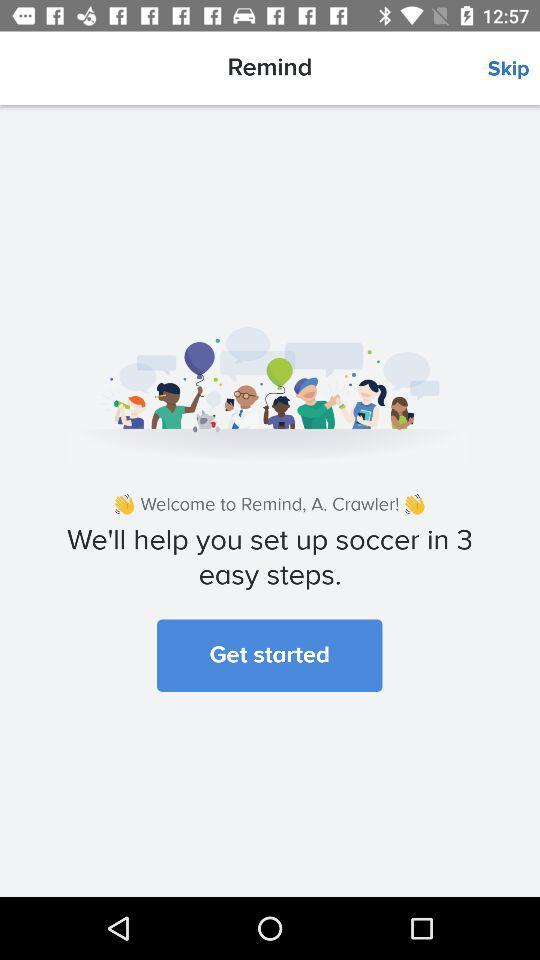  I want to click on the item above the welcome to remind, so click(513, 69).